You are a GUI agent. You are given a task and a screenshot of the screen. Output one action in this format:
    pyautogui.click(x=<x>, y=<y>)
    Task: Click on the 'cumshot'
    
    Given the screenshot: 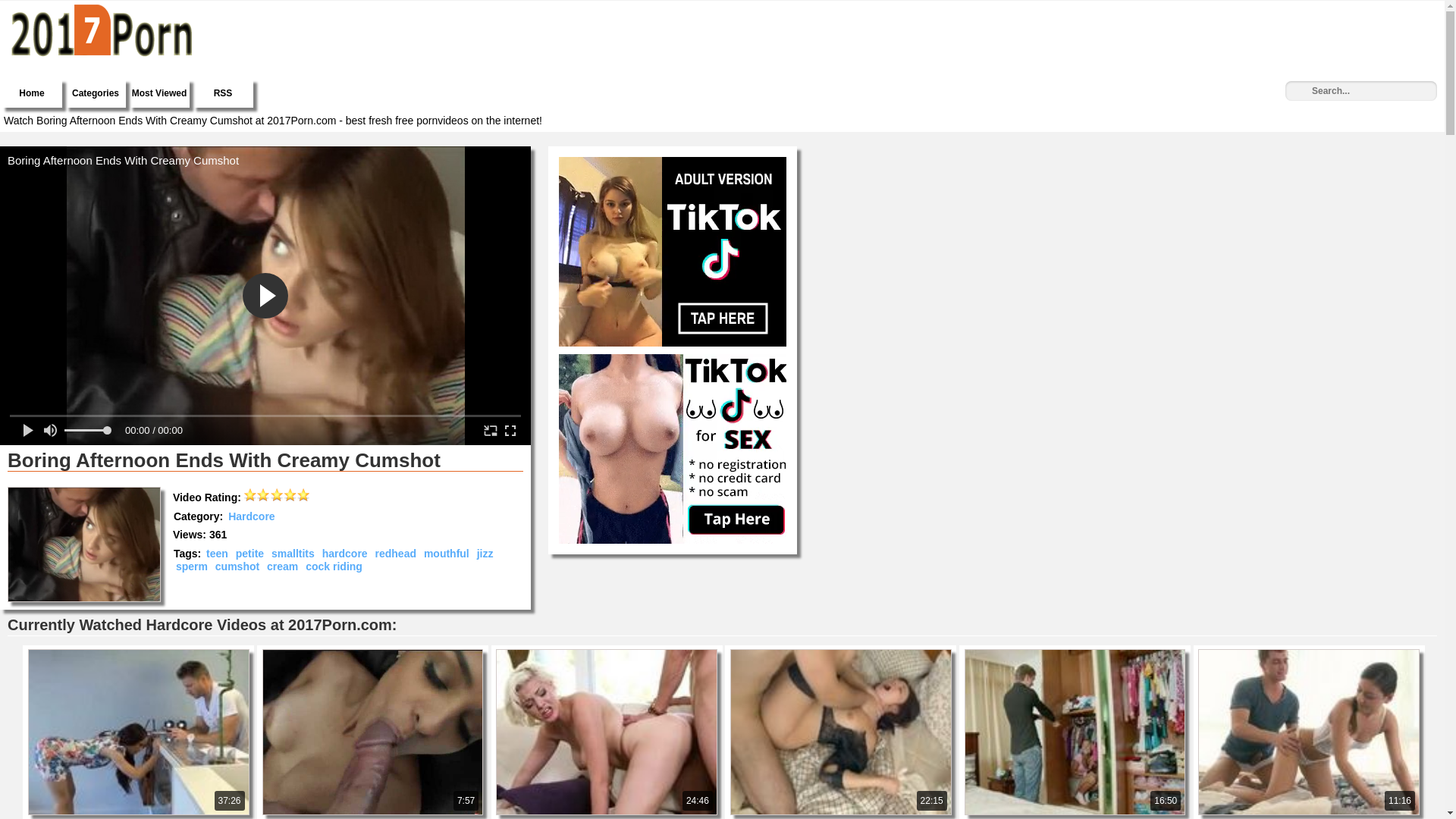 What is the action you would take?
    pyautogui.click(x=236, y=566)
    